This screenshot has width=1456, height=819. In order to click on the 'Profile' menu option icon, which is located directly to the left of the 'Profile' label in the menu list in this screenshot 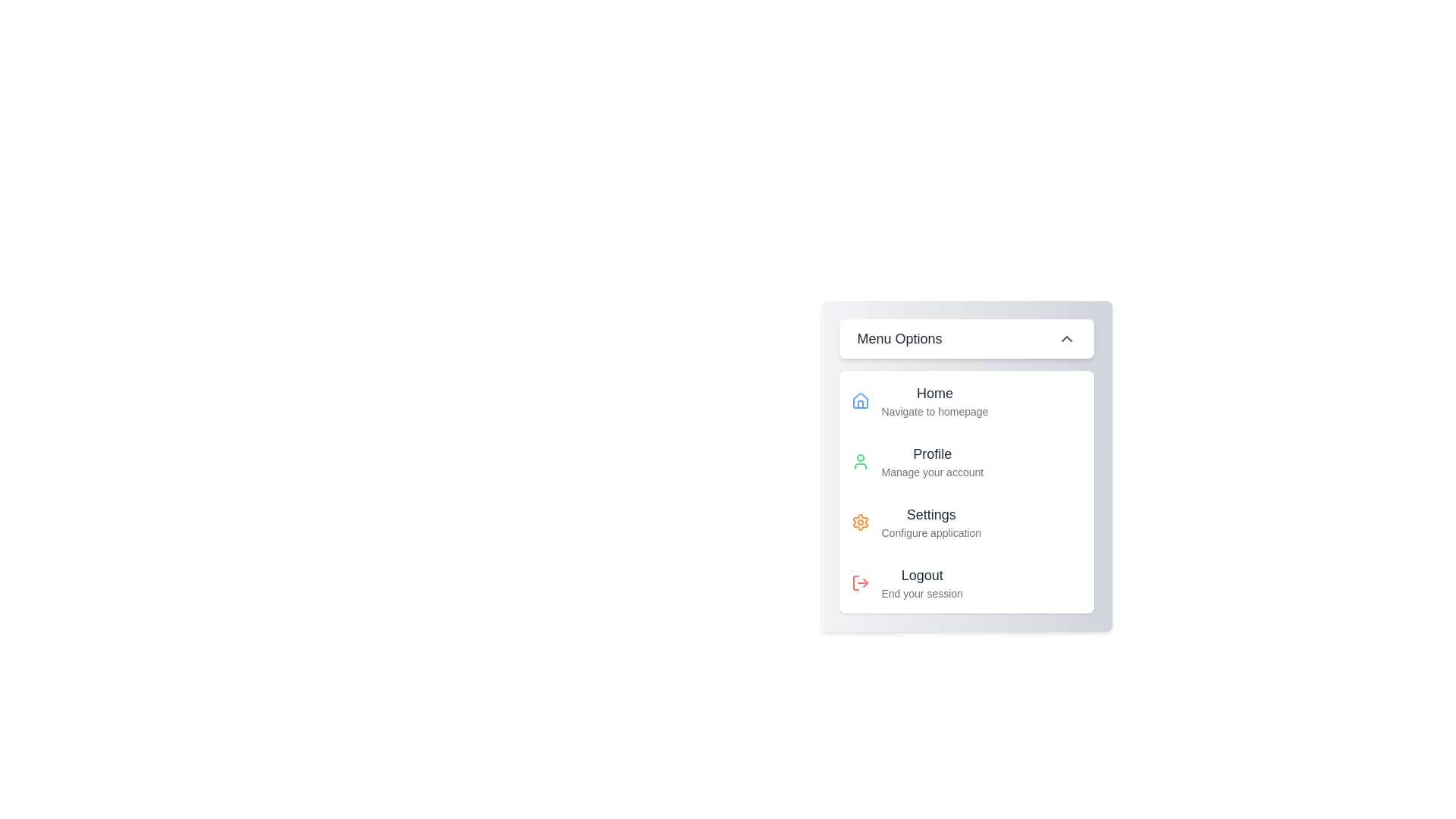, I will do `click(860, 461)`.